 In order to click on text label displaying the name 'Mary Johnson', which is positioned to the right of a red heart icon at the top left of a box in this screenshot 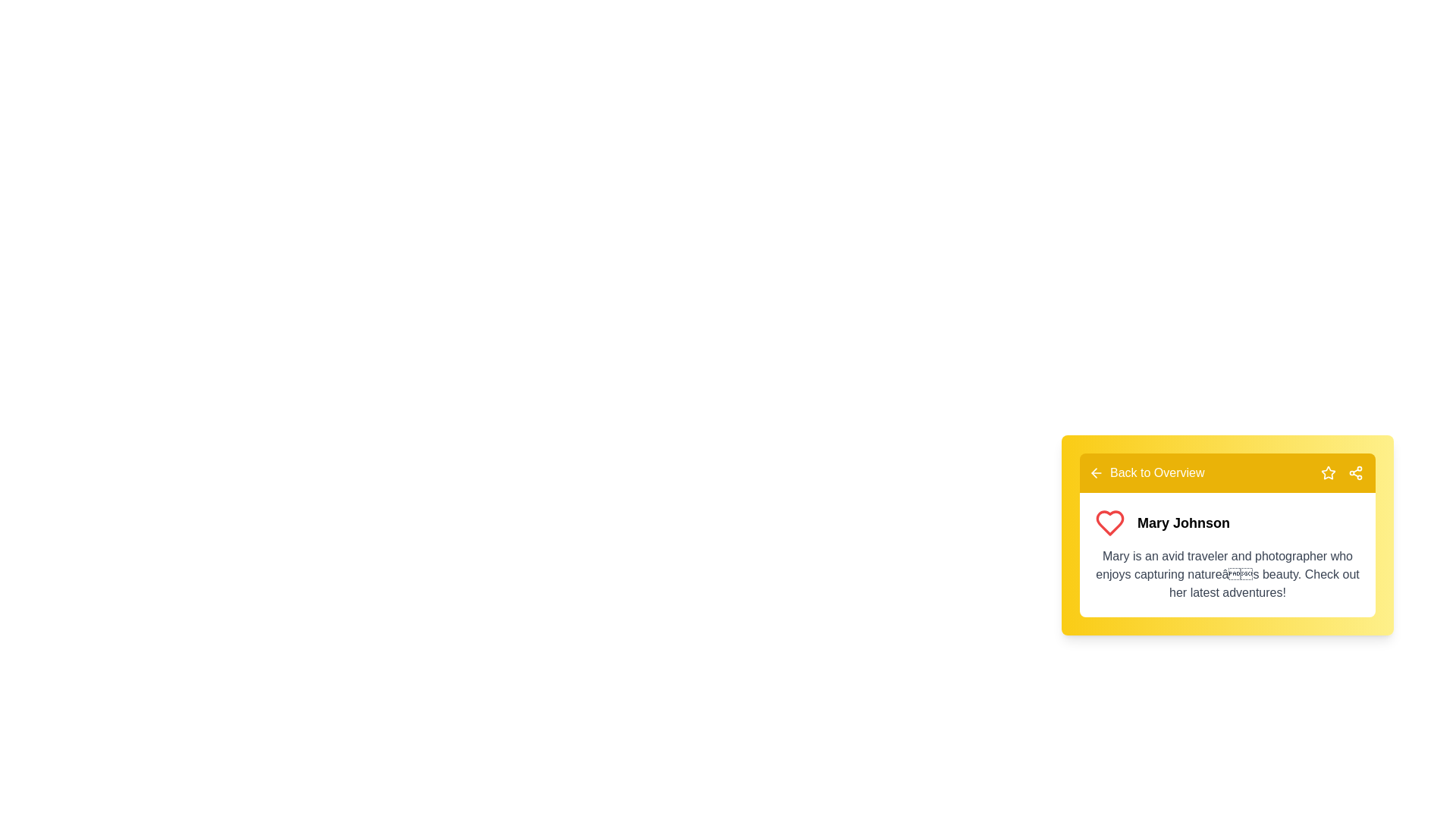, I will do `click(1227, 522)`.